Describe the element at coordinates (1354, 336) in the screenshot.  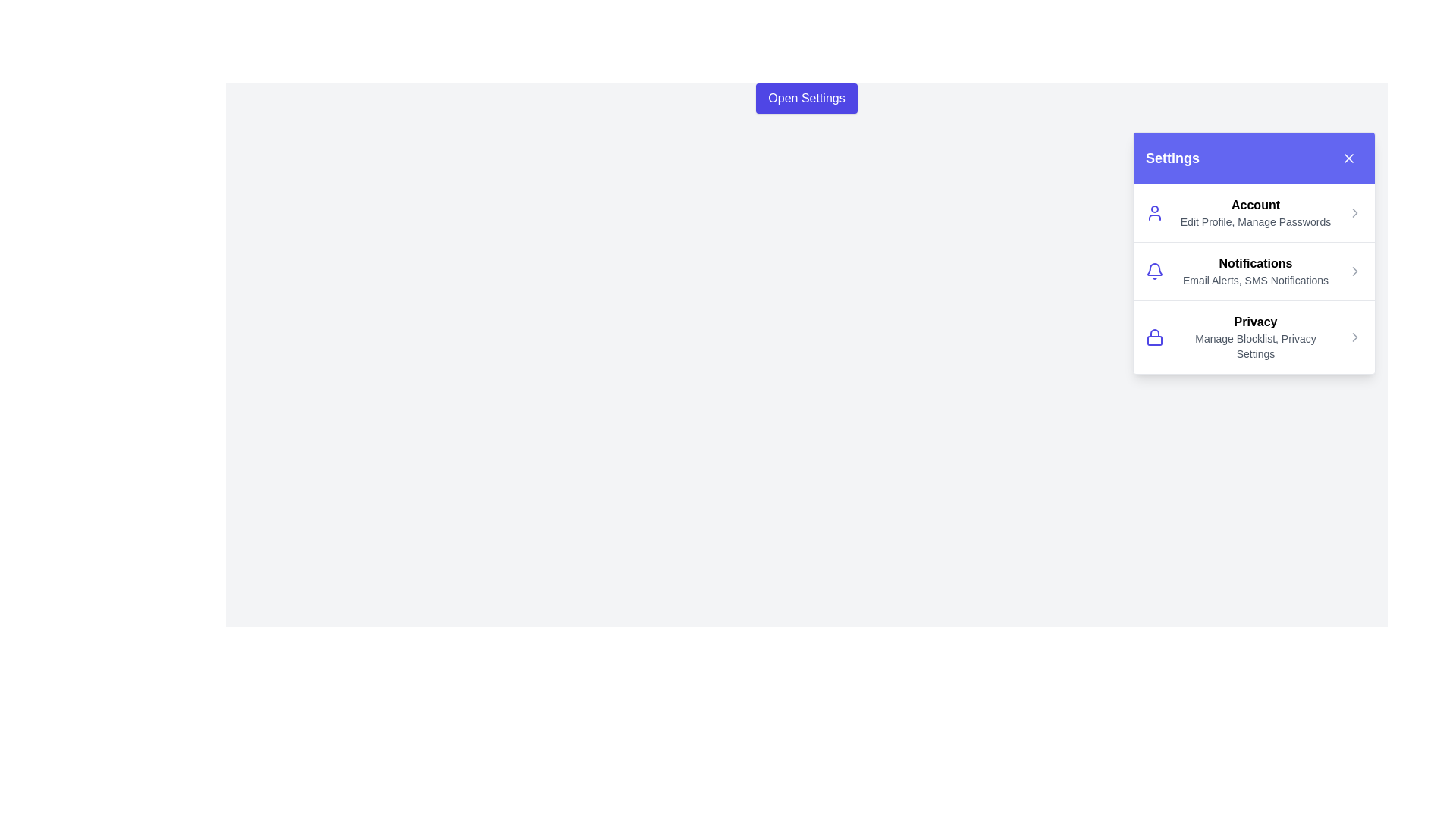
I see `the chevron icon located at the right end of the 'Privacy' item in the settings menu panel` at that location.